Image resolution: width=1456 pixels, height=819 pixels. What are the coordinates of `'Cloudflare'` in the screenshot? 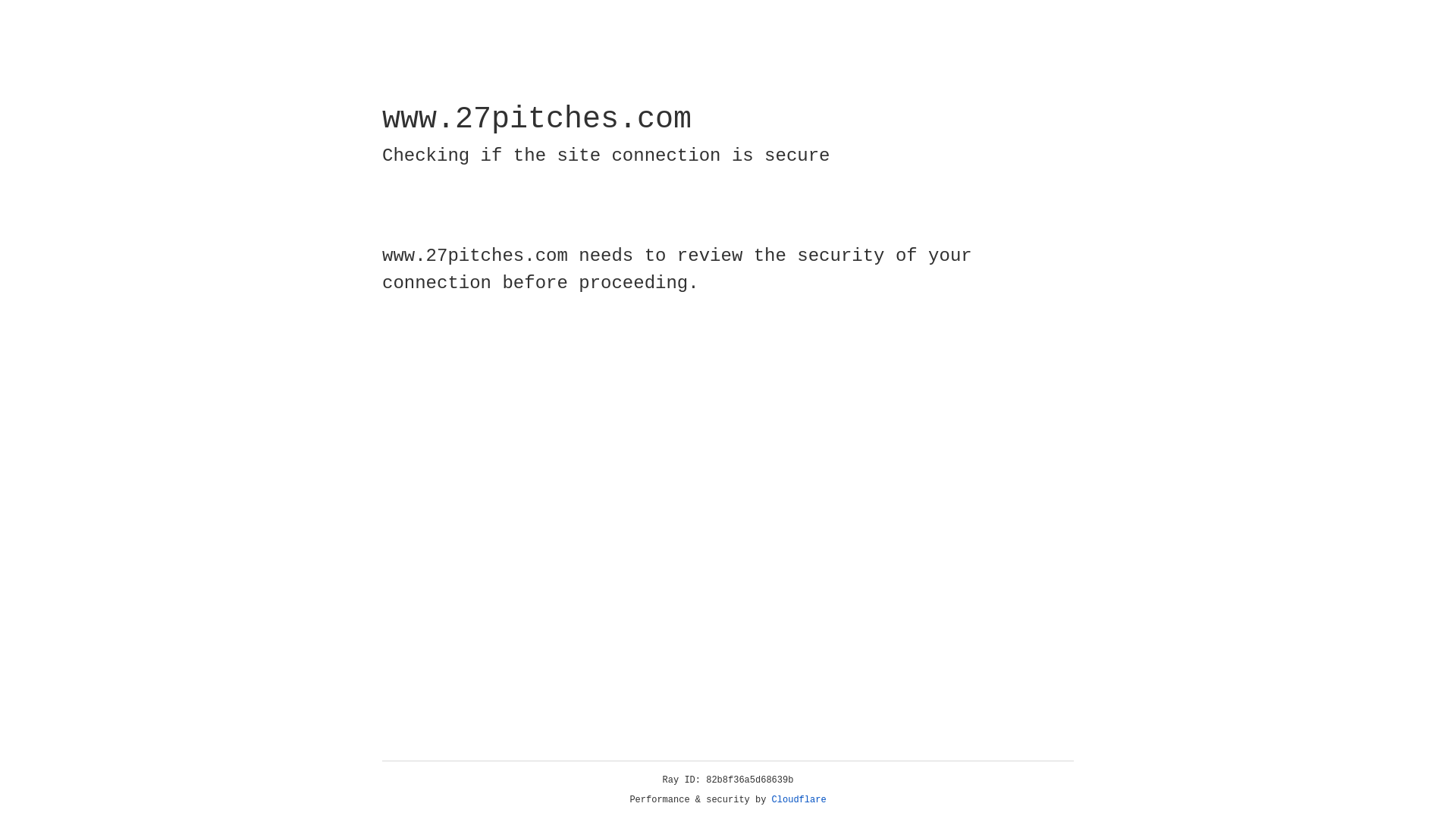 It's located at (799, 799).